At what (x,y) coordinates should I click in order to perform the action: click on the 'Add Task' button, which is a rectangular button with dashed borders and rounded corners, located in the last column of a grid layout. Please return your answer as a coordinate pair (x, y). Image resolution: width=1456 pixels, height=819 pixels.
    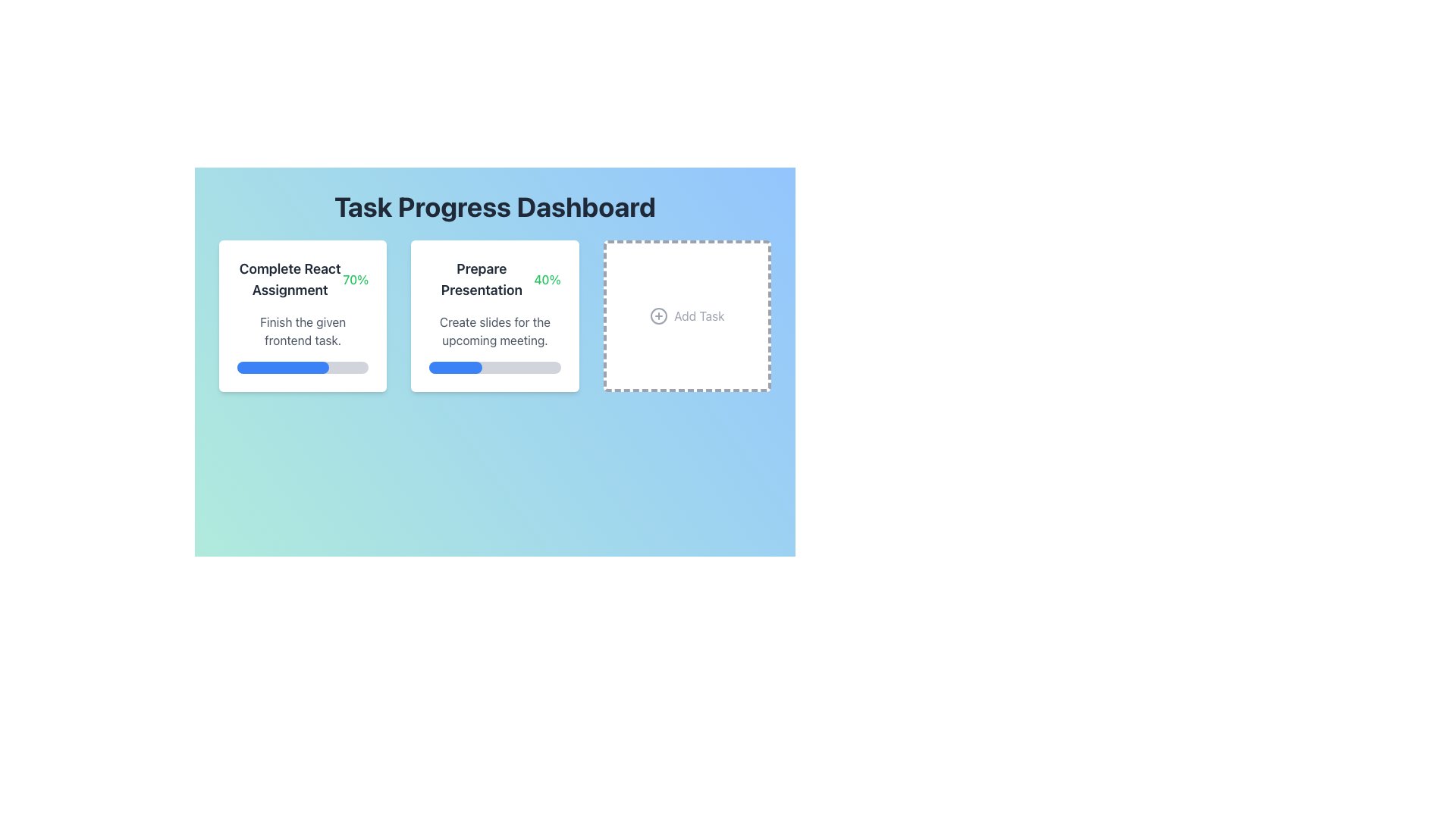
    Looking at the image, I should click on (686, 315).